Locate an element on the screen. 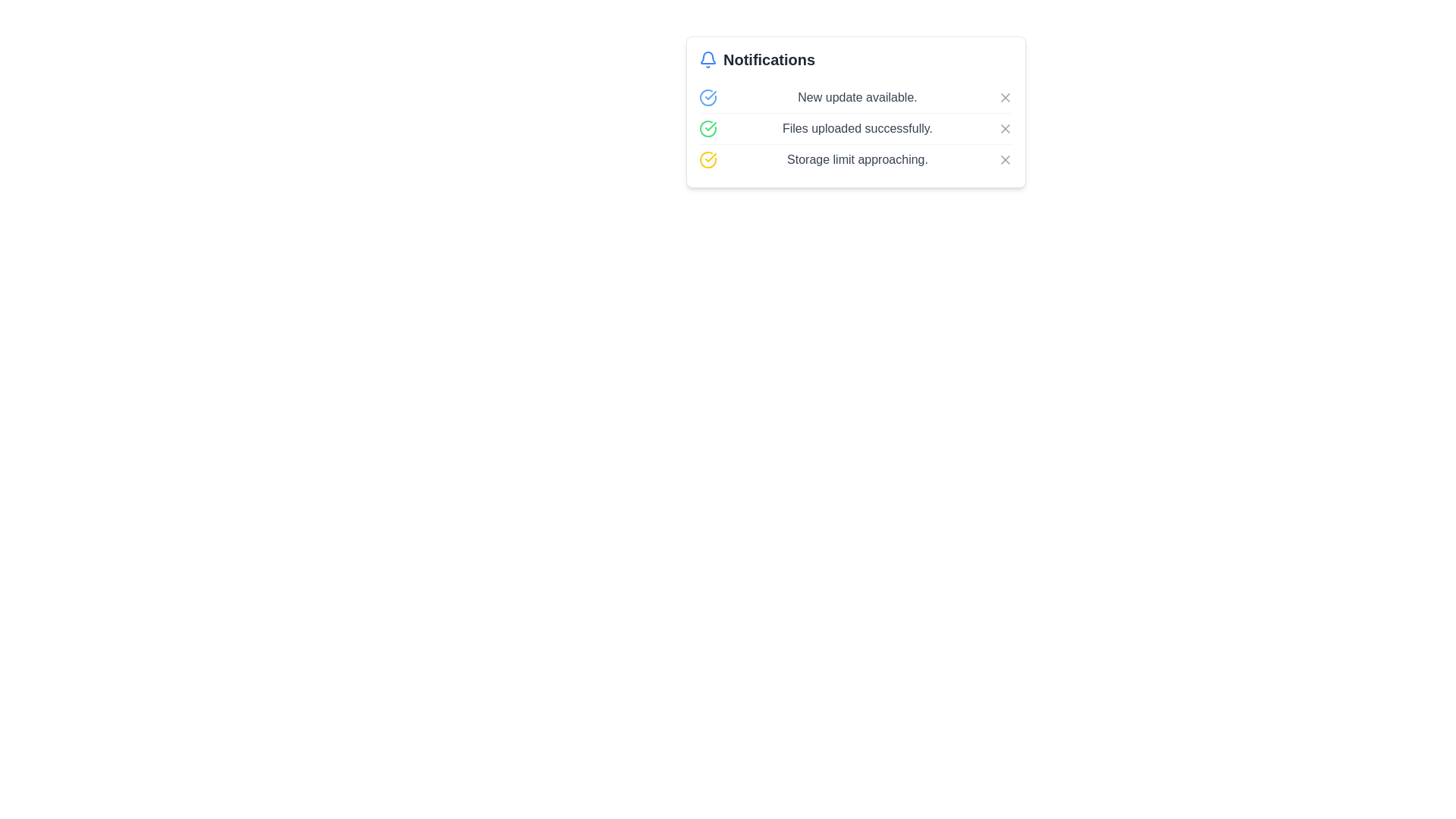 This screenshot has width=1456, height=819. the third notification text label that informs the user about nearing storage limit, positioned below the 'Files uploaded successfully.' message is located at coordinates (858, 160).